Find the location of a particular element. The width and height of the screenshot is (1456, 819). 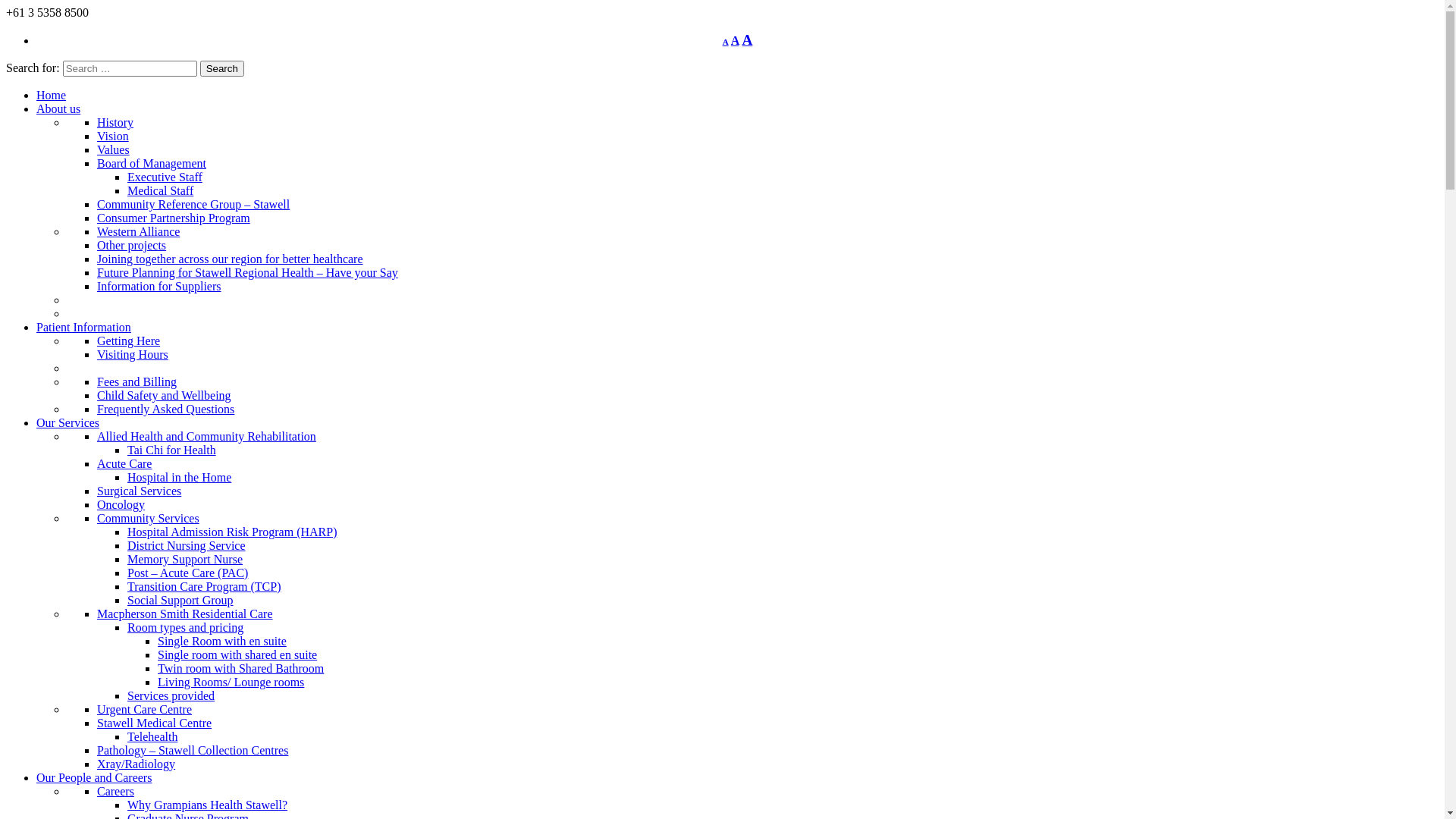

'Medical Staff' is located at coordinates (160, 190).